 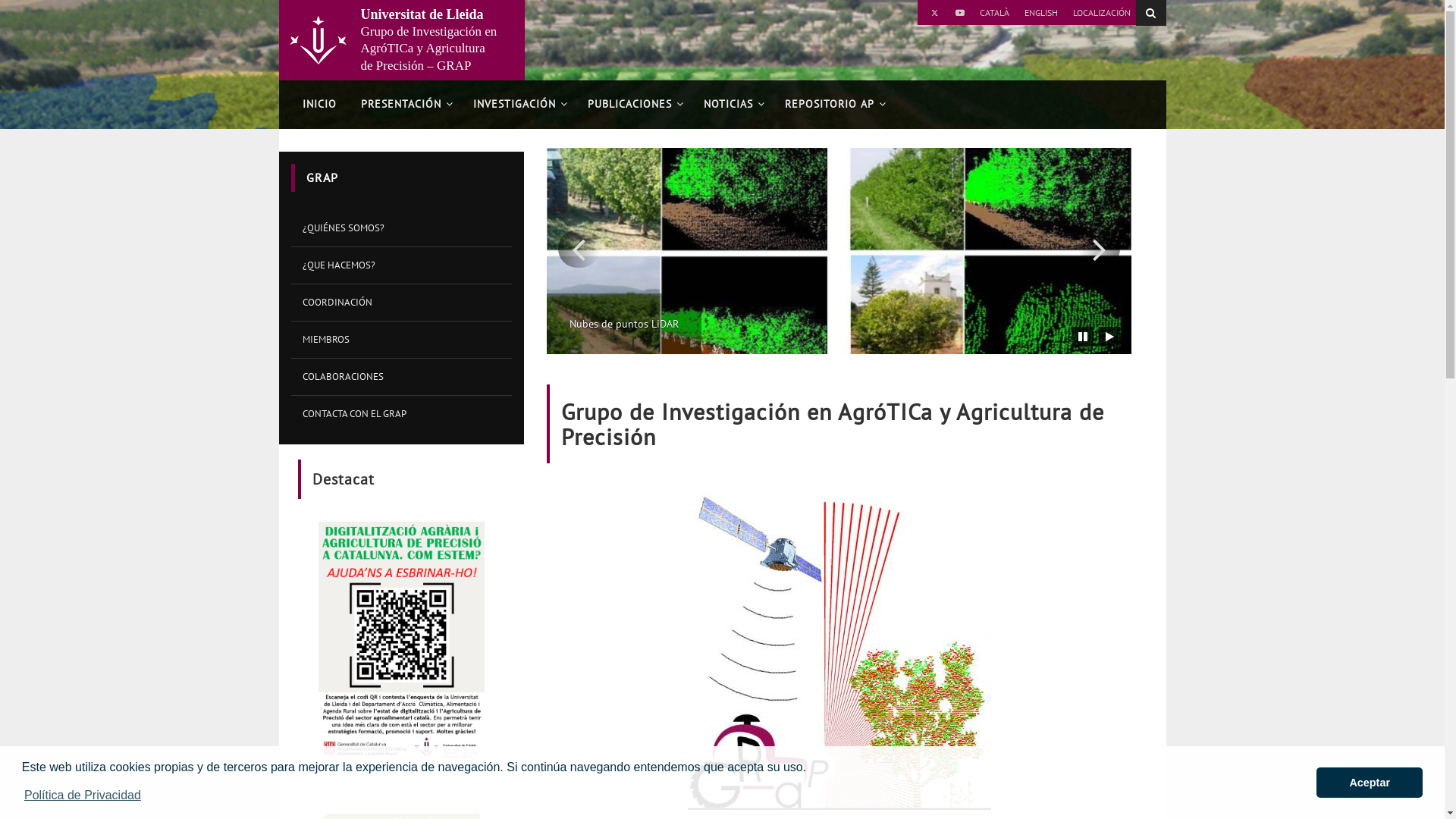 What do you see at coordinates (959, 12) in the screenshot?
I see `'YOUTUBE'` at bounding box center [959, 12].